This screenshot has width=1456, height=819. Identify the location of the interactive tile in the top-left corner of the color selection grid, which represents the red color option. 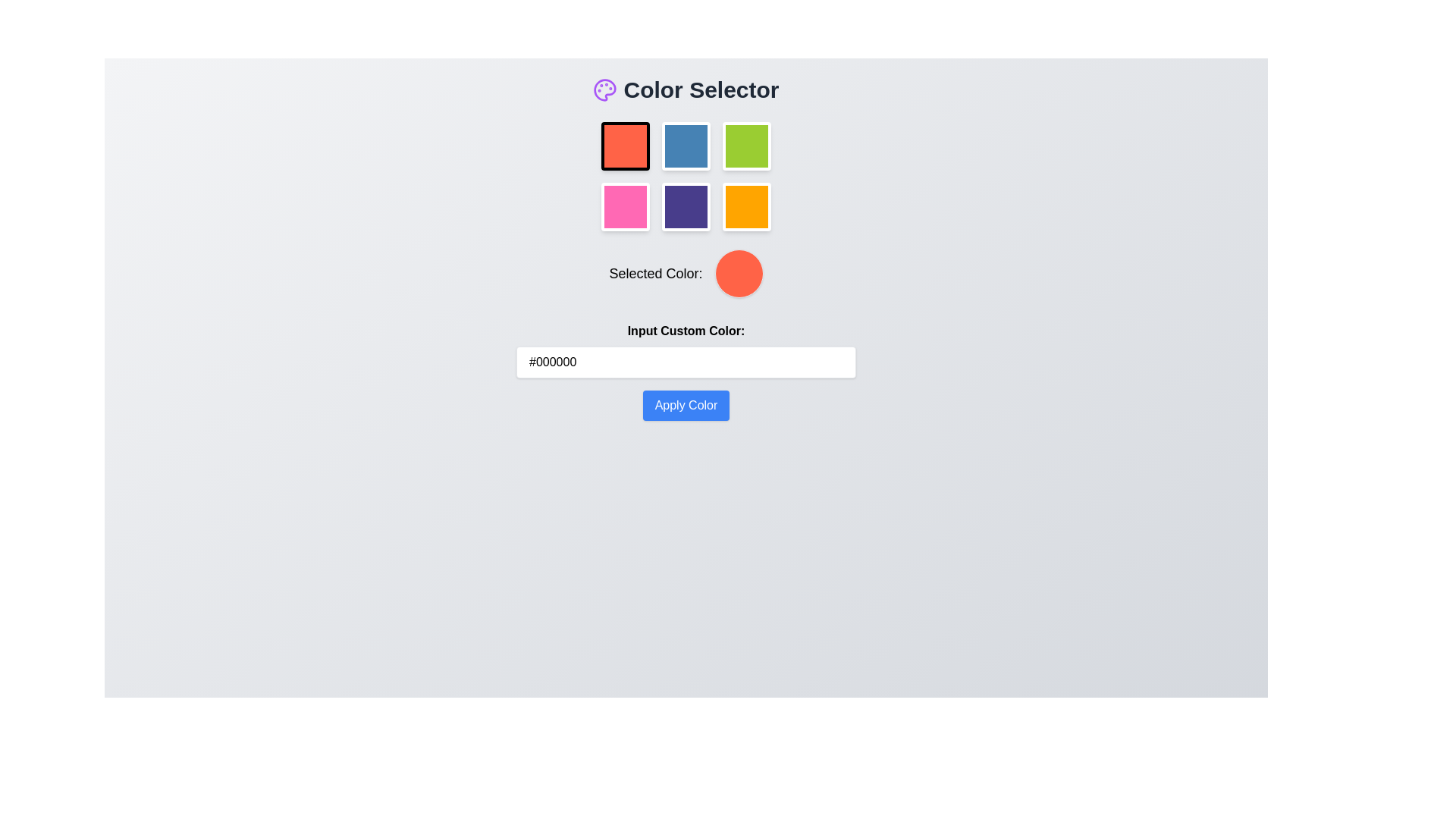
(626, 146).